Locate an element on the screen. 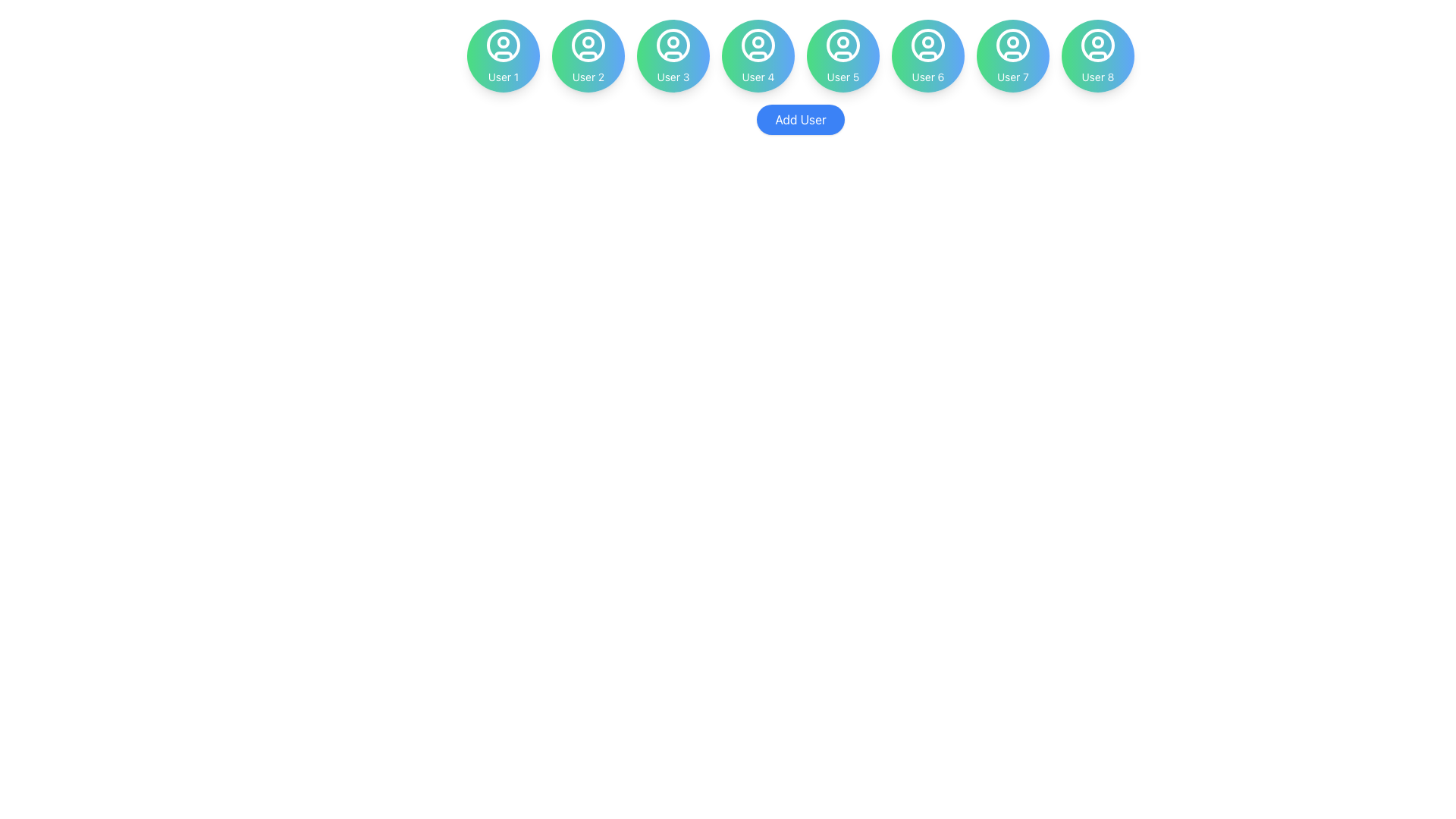 This screenshot has width=1456, height=819. text 'User 6' displayed within the sixth circular user button from the left, located at the bottom center of the rounded colorful button is located at coordinates (927, 77).